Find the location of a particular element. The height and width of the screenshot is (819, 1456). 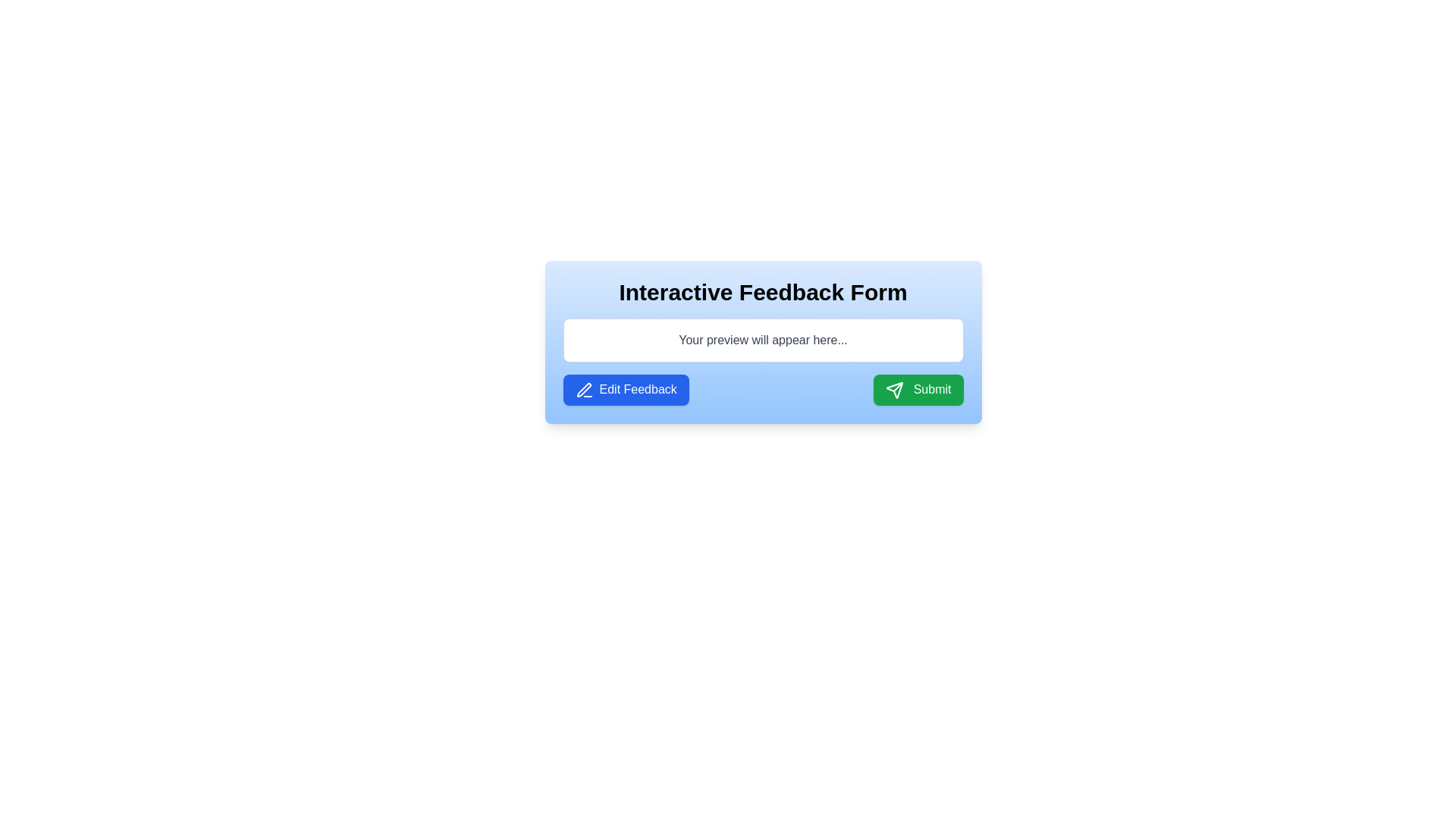

the interactive buttons in the horizontal section at the bottom of the feedback form, which includes 'Edit Feedback' and 'Submit' buttons, to trigger visual feedback is located at coordinates (763, 389).